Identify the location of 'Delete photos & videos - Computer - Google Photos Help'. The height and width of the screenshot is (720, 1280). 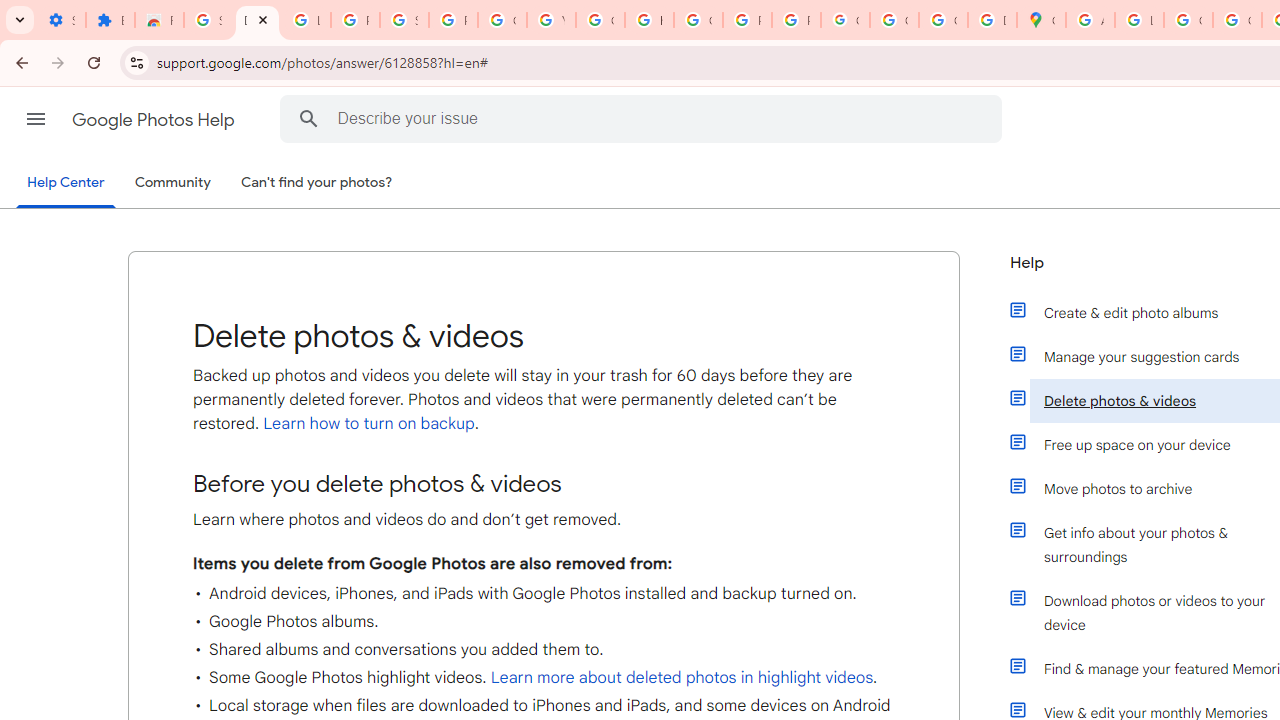
(256, 20).